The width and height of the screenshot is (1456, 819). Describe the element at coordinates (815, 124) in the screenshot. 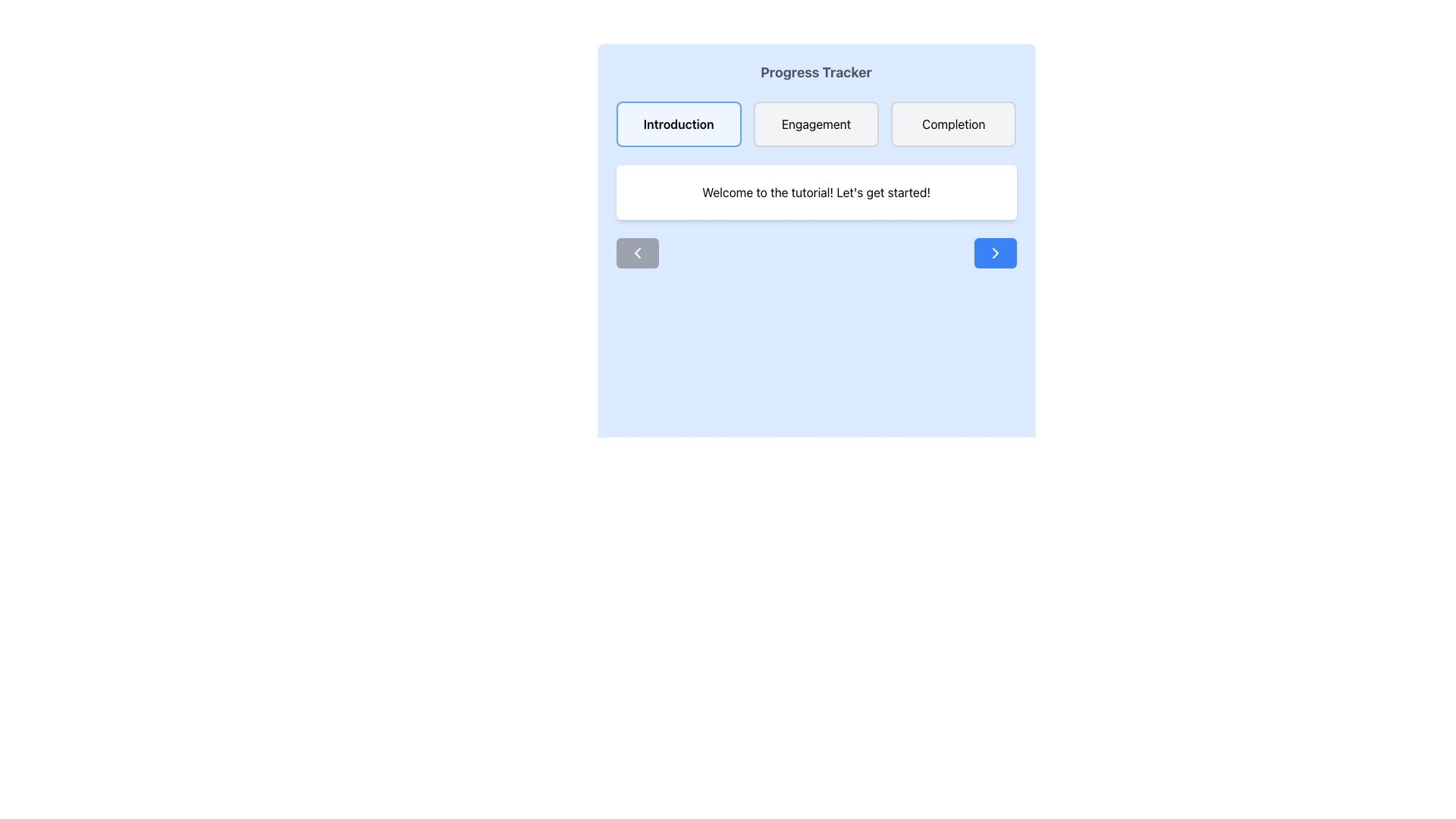

I see `the 'Engagement' button, which is a rectangular button with a light gray background and black text` at that location.